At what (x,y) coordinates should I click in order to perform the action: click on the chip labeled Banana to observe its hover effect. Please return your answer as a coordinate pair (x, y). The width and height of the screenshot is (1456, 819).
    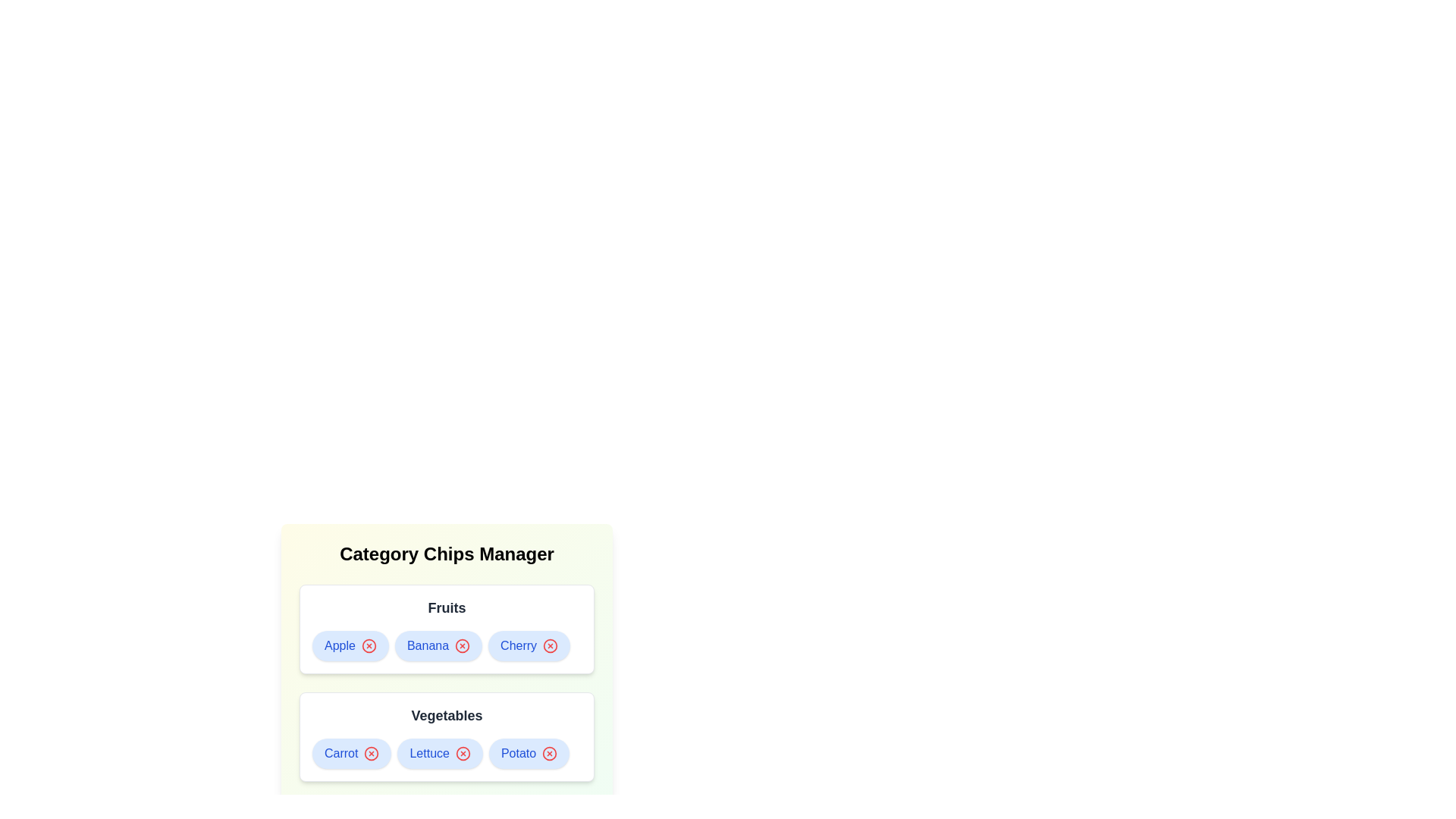
    Looking at the image, I should click on (437, 646).